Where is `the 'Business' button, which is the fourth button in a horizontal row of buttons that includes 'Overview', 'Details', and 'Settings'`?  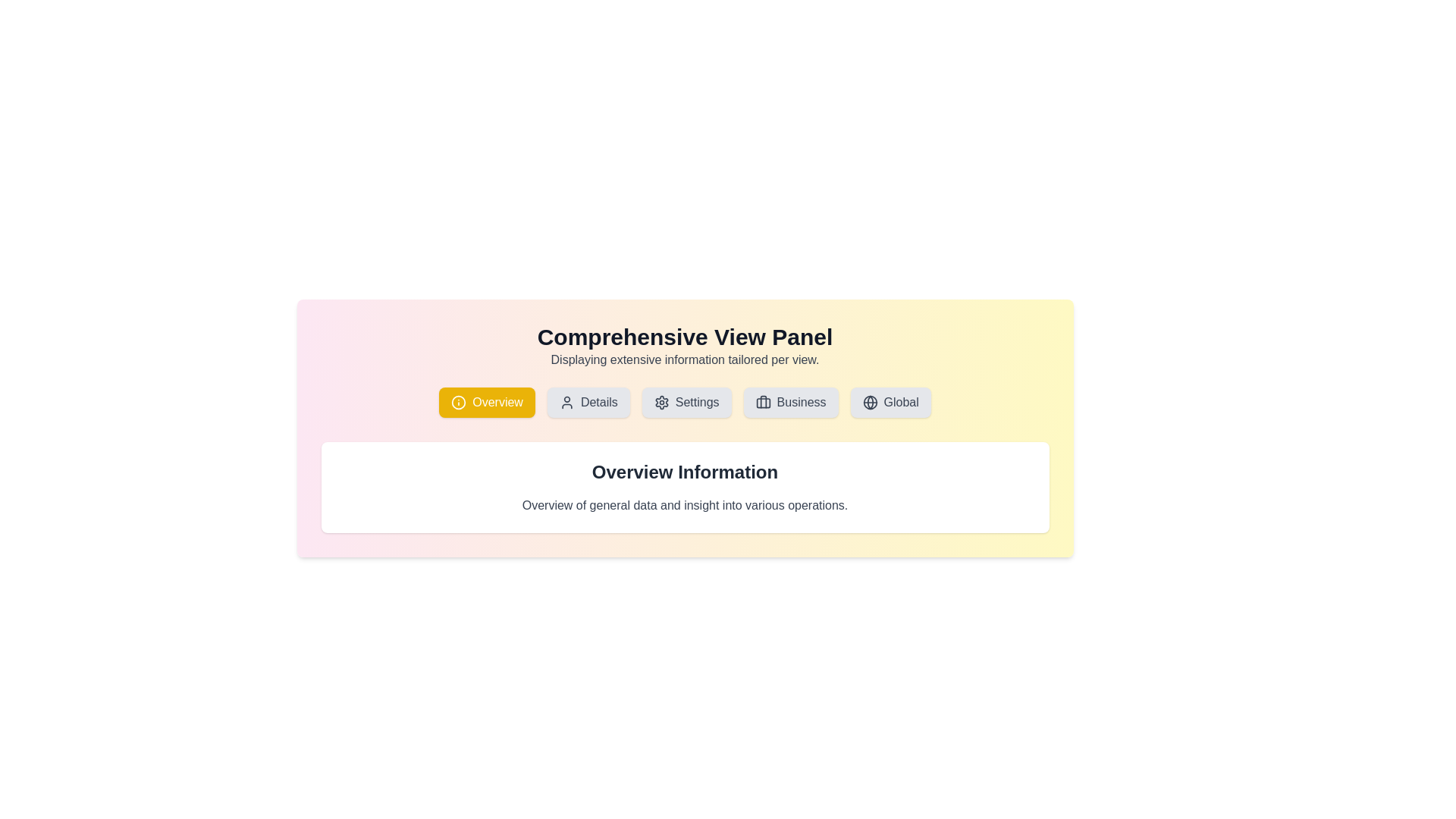 the 'Business' button, which is the fourth button in a horizontal row of buttons that includes 'Overview', 'Details', and 'Settings' is located at coordinates (801, 402).